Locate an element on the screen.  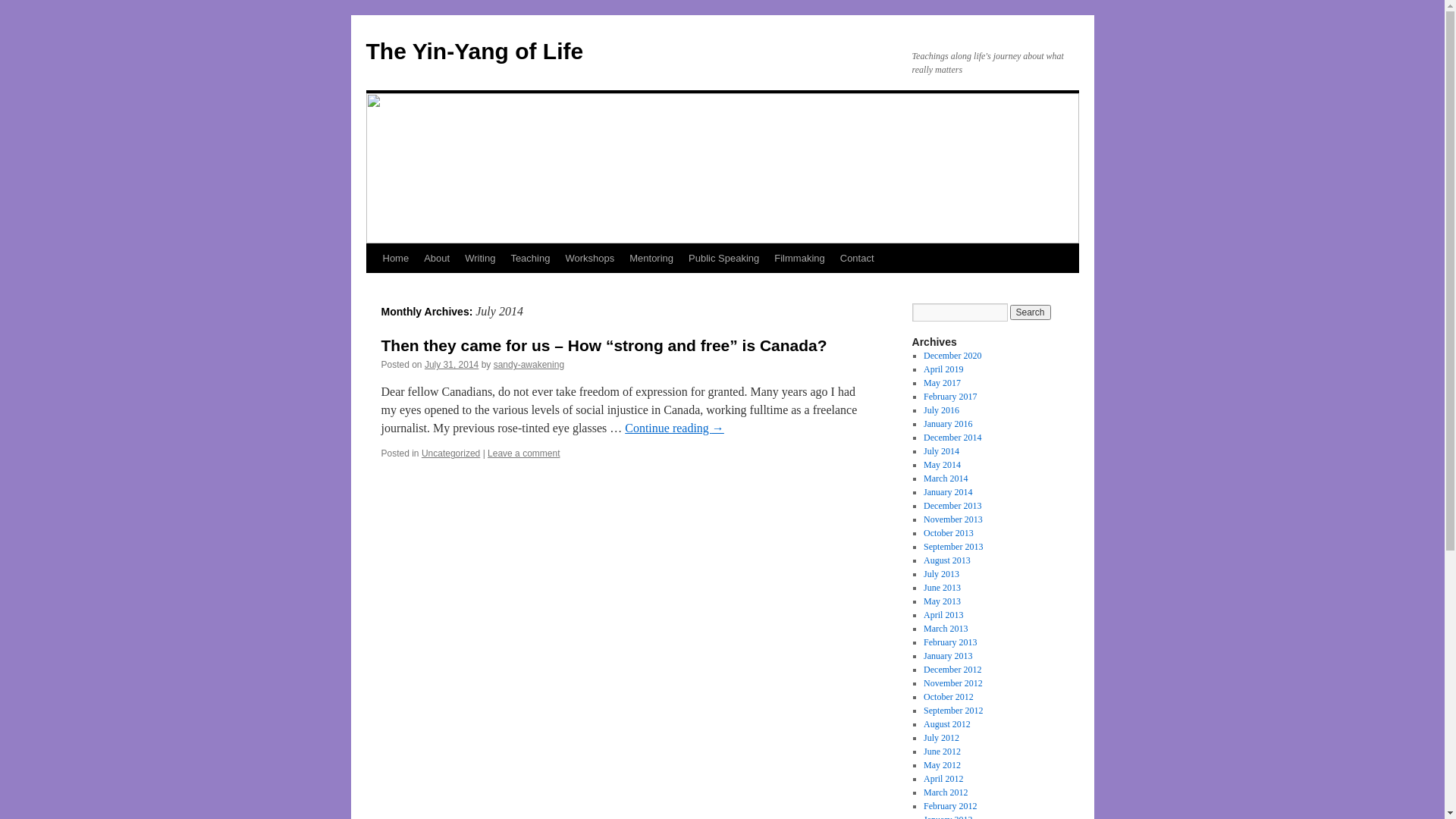
'The Yin-Yang of Life' is located at coordinates (473, 50).